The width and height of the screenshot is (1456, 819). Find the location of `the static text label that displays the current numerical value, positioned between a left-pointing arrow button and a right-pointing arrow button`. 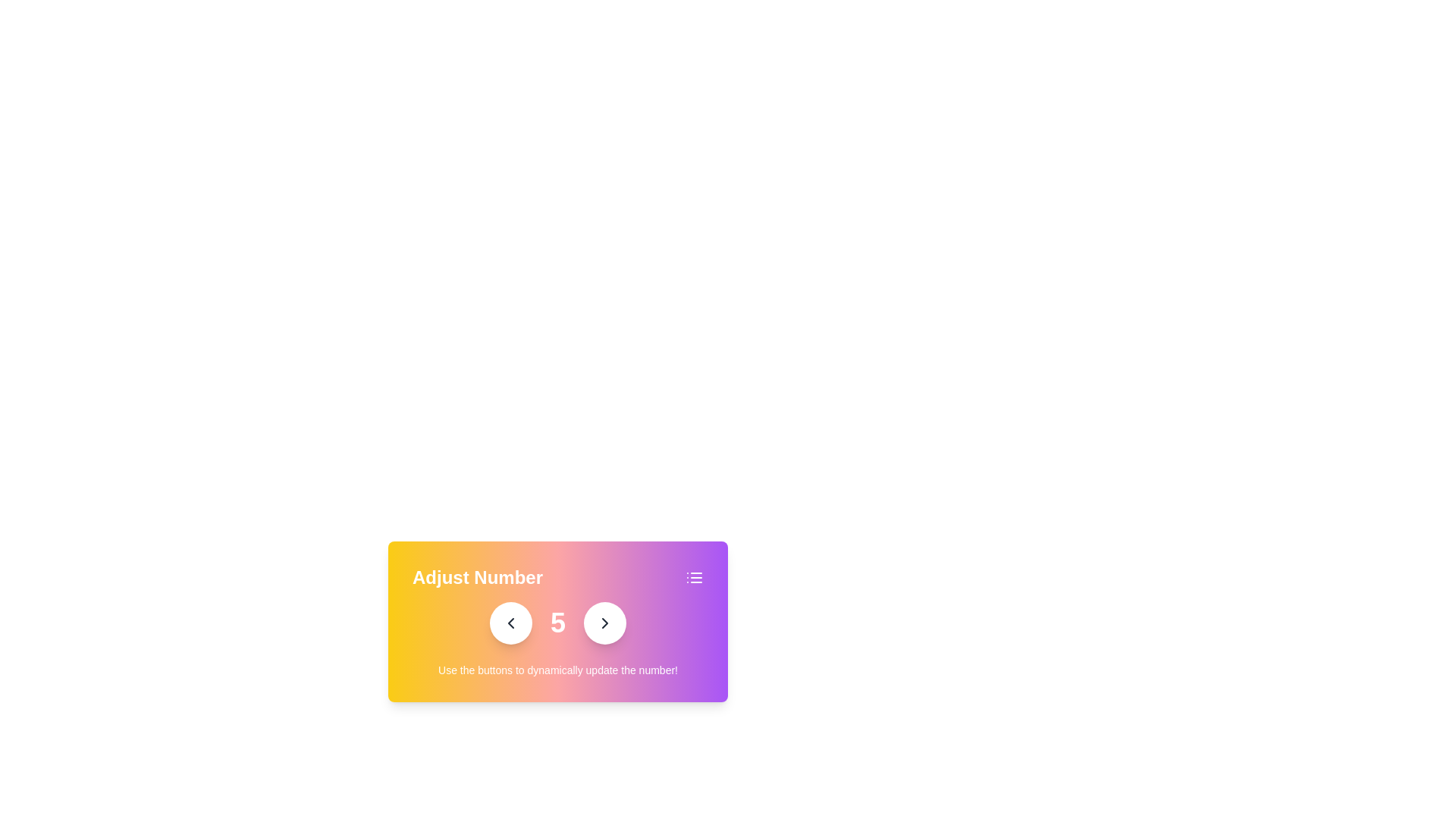

the static text label that displays the current numerical value, positioned between a left-pointing arrow button and a right-pointing arrow button is located at coordinates (557, 623).